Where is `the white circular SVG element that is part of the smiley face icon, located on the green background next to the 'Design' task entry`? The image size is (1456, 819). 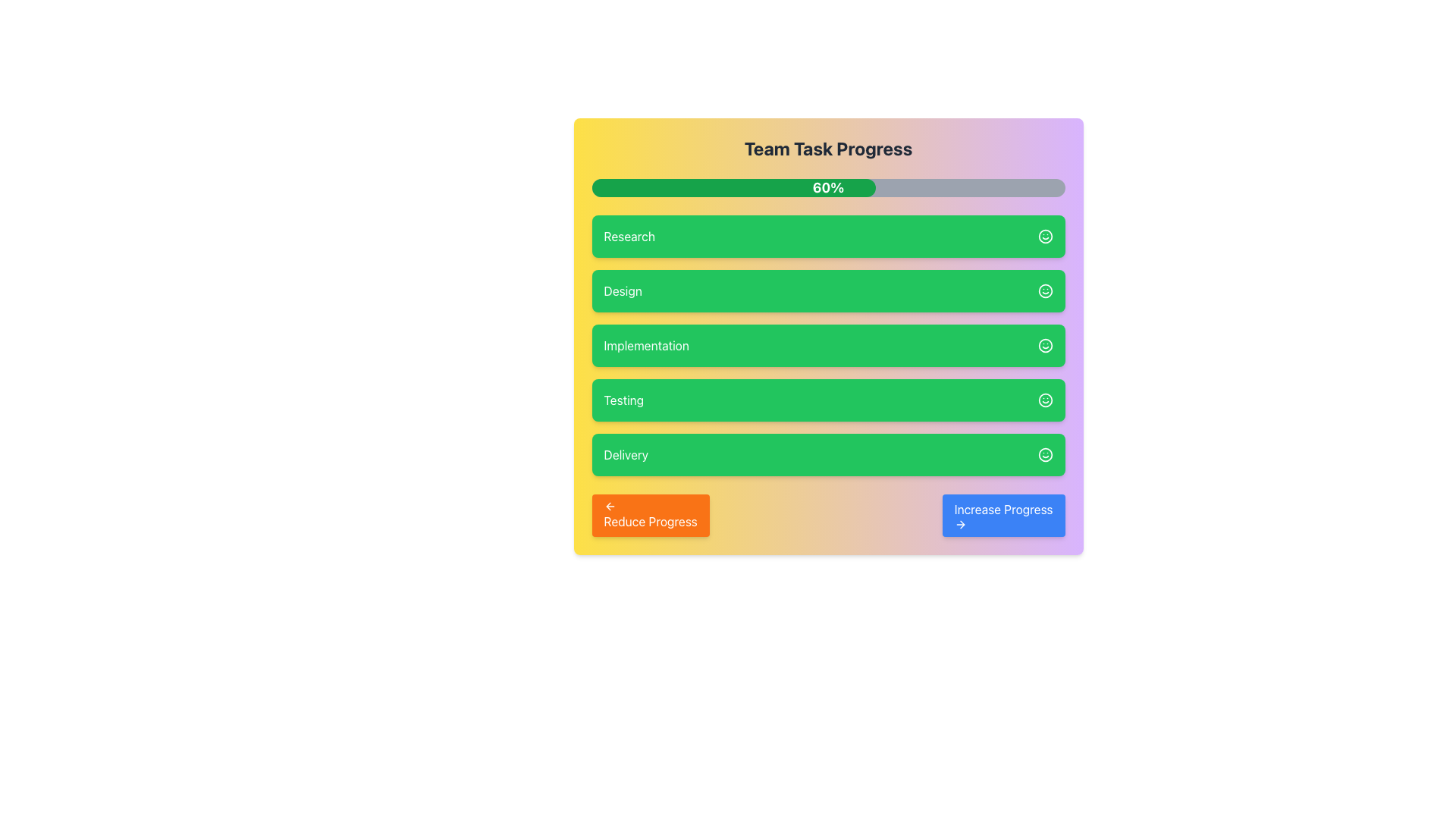 the white circular SVG element that is part of the smiley face icon, located on the green background next to the 'Design' task entry is located at coordinates (1044, 237).